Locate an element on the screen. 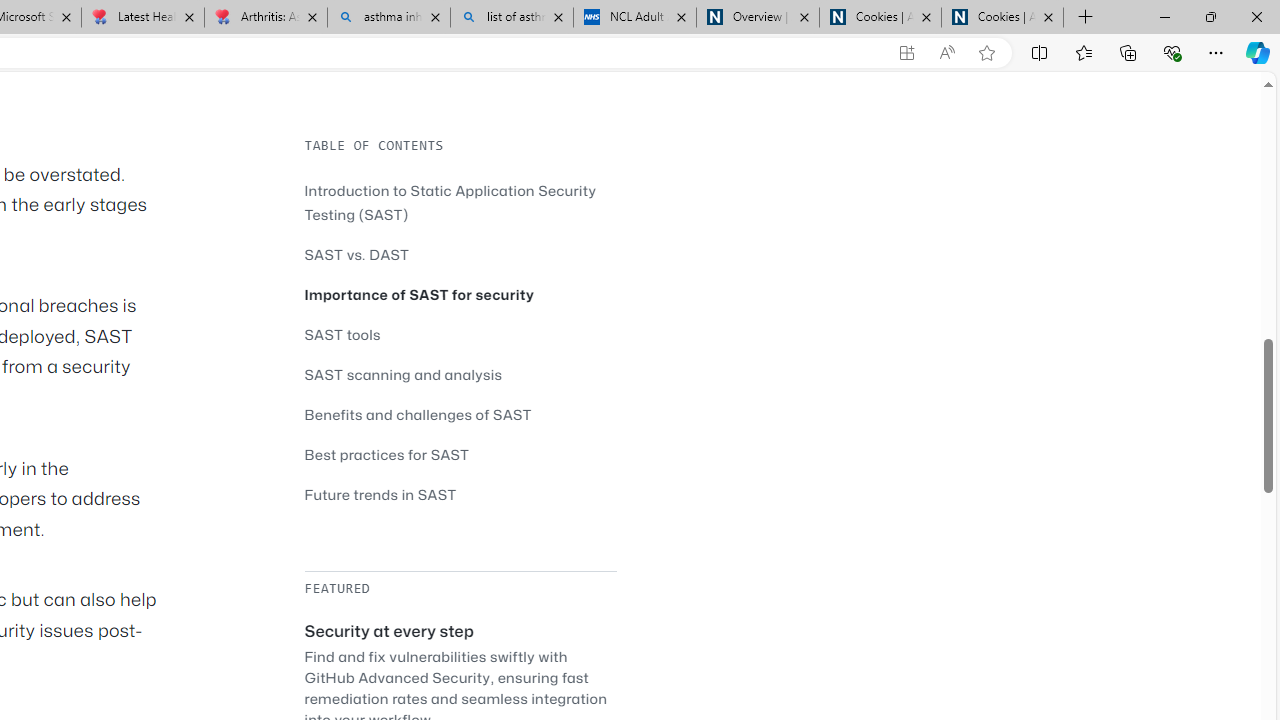 The image size is (1280, 720). 'Arthritis: Ask Health Professionals' is located at coordinates (264, 17).